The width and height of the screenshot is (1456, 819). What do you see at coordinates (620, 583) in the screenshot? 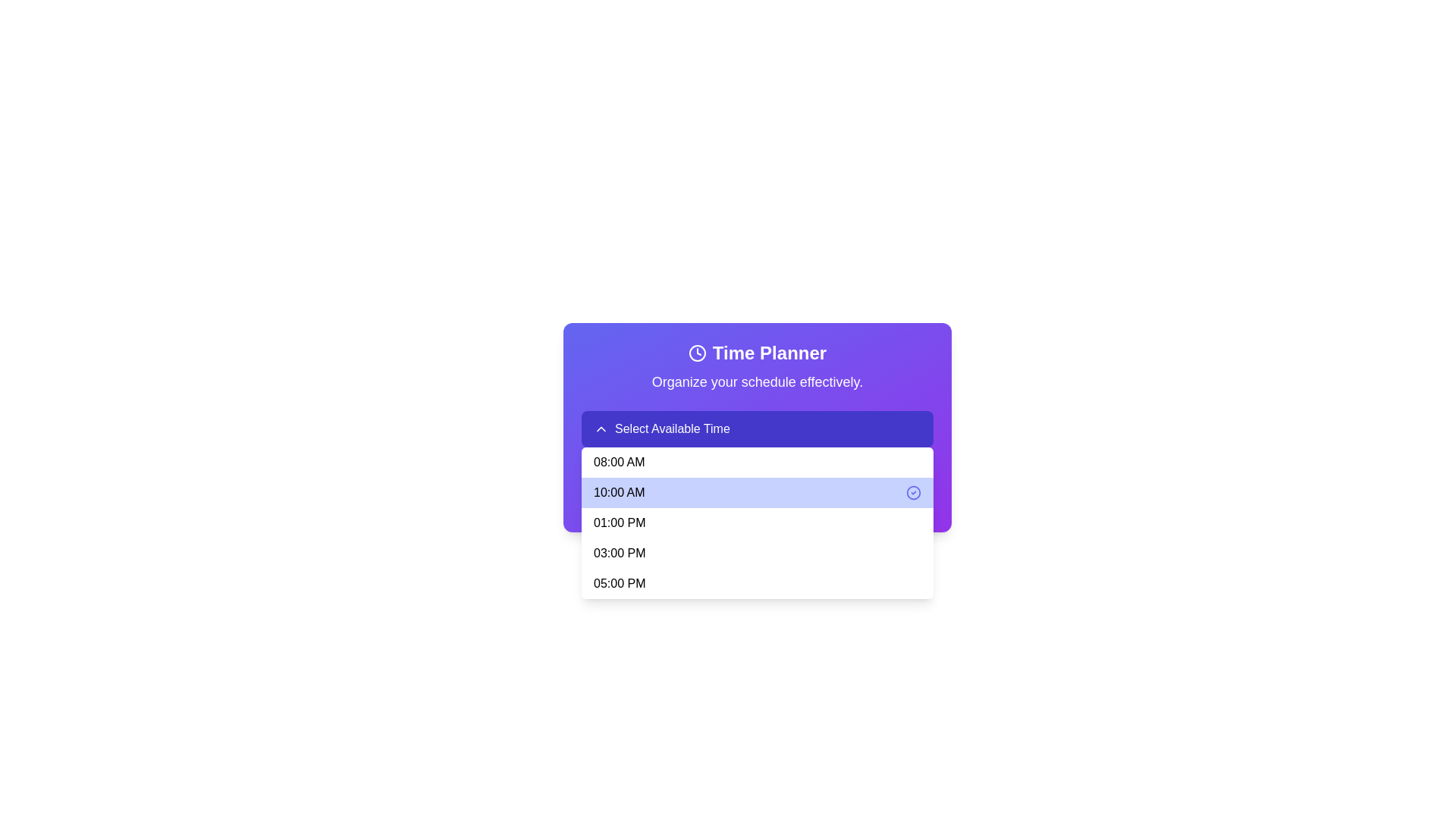
I see `the '05:00 PM' time option in the dropdown menu list, which is the last selectable item in the time-selection interface` at bounding box center [620, 583].